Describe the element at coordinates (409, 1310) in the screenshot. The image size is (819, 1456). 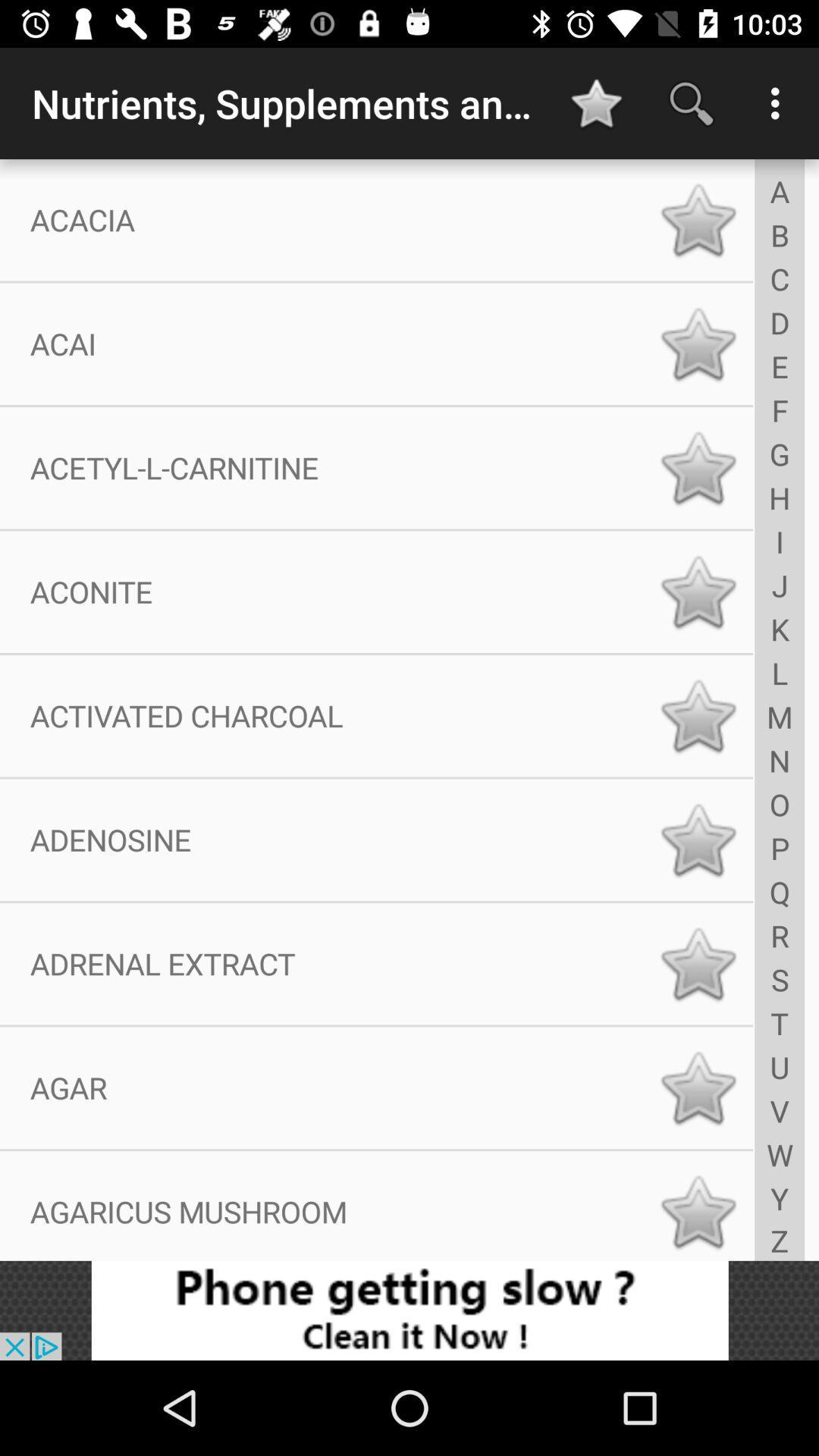
I see `click bottom advertisement` at that location.